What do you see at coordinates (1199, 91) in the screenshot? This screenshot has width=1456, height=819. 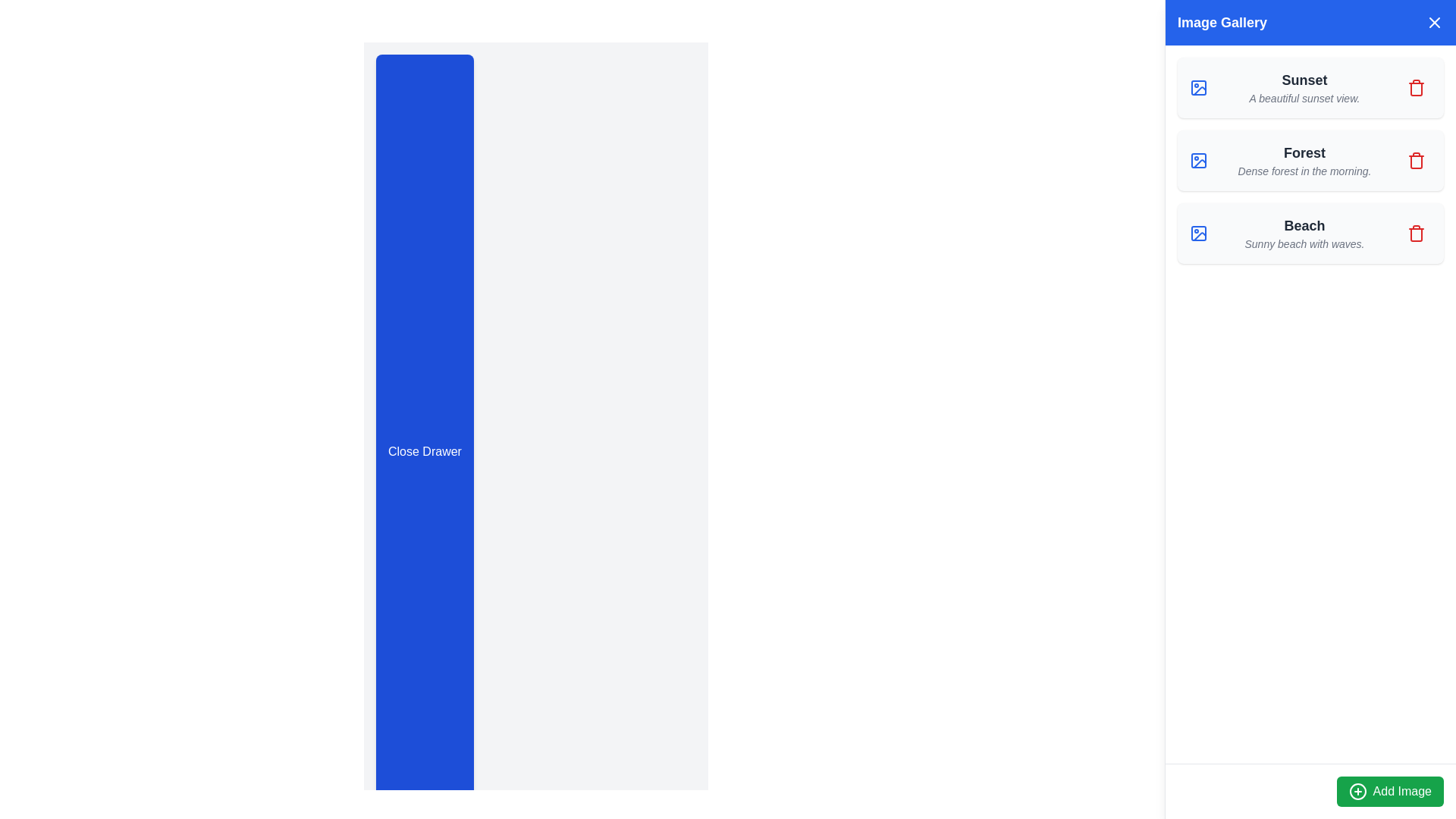 I see `the icon representing the 'Sunset' item, which appears as a diagonal line in a triangular arrangement within the topmost row of the panel displaying the list of items` at bounding box center [1199, 91].